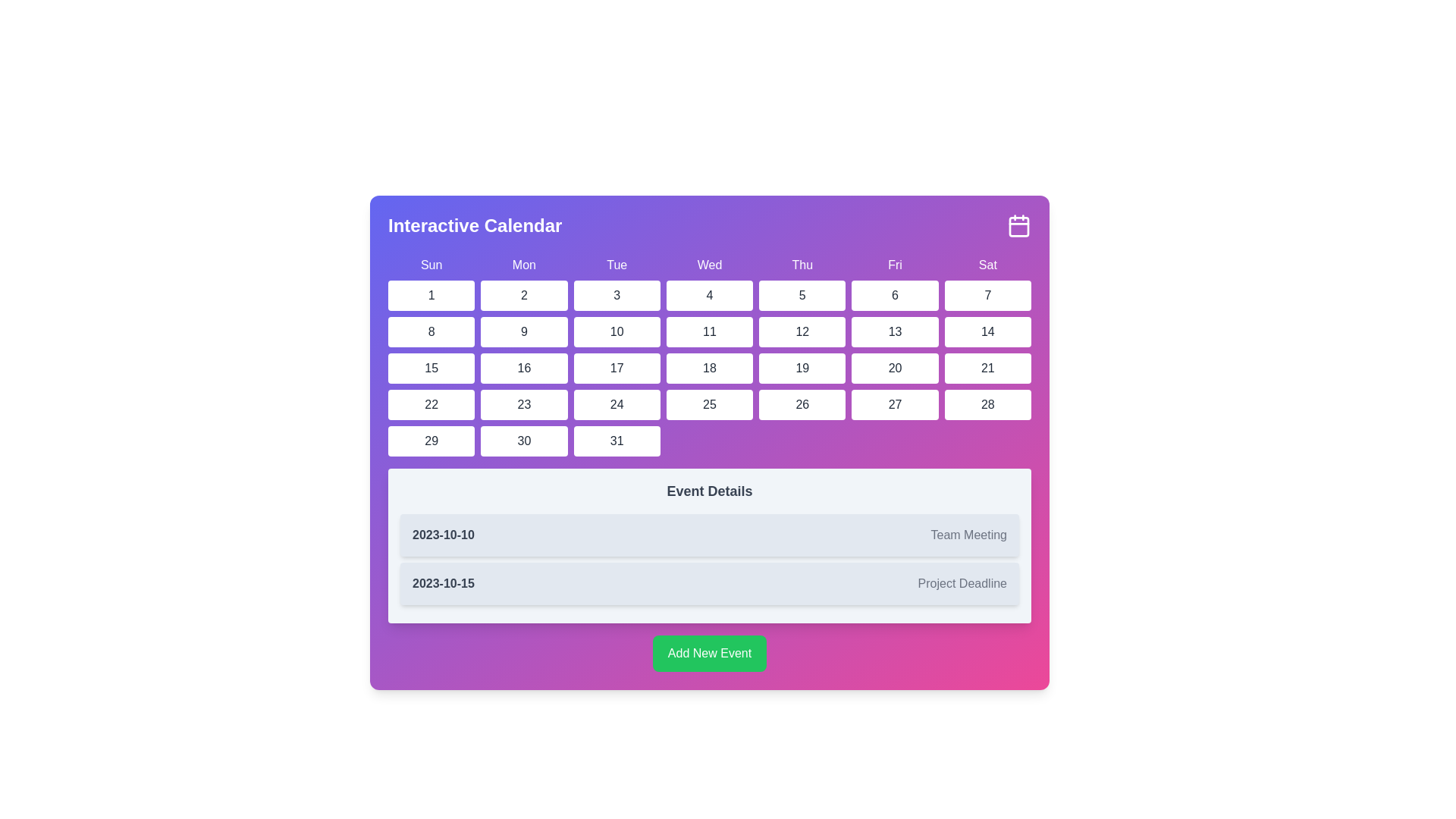 The width and height of the screenshot is (1456, 819). Describe the element at coordinates (987, 403) in the screenshot. I see `the interactive calendar date cell displaying the number '28'` at that location.